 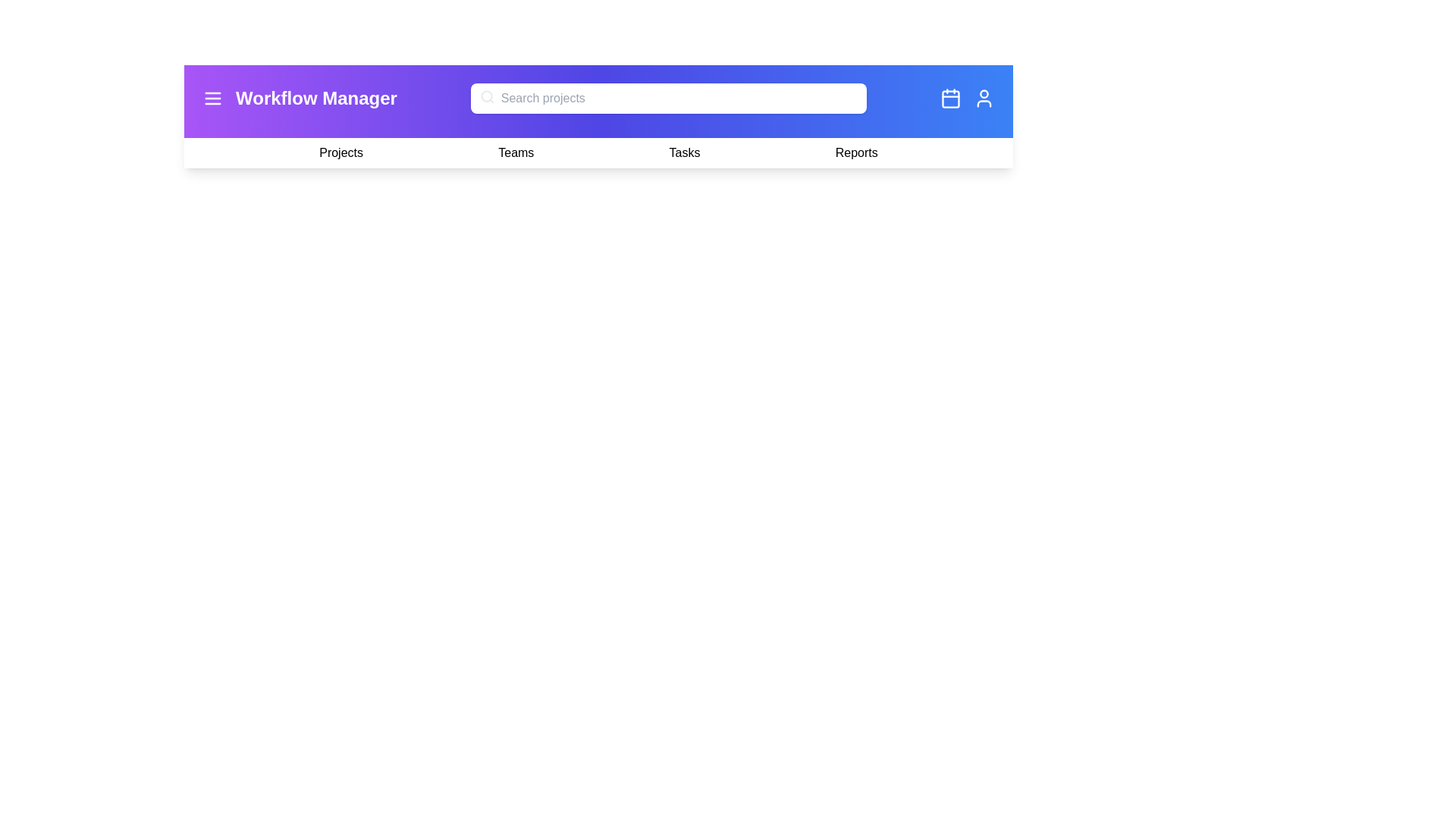 I want to click on menu button to toggle the options, so click(x=212, y=99).